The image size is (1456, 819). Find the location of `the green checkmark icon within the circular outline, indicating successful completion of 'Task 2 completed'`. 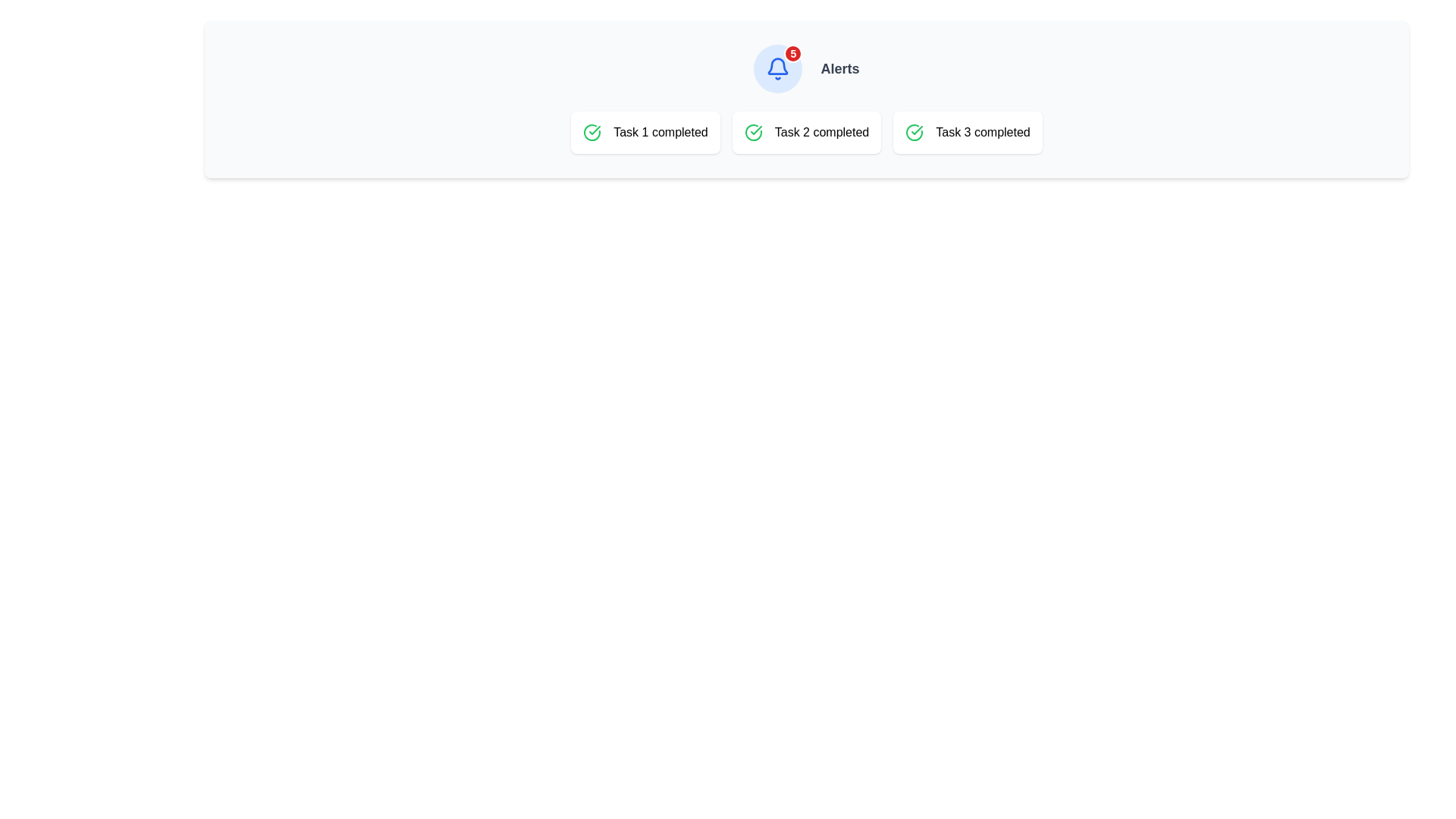

the green checkmark icon within the circular outline, indicating successful completion of 'Task 2 completed' is located at coordinates (916, 130).